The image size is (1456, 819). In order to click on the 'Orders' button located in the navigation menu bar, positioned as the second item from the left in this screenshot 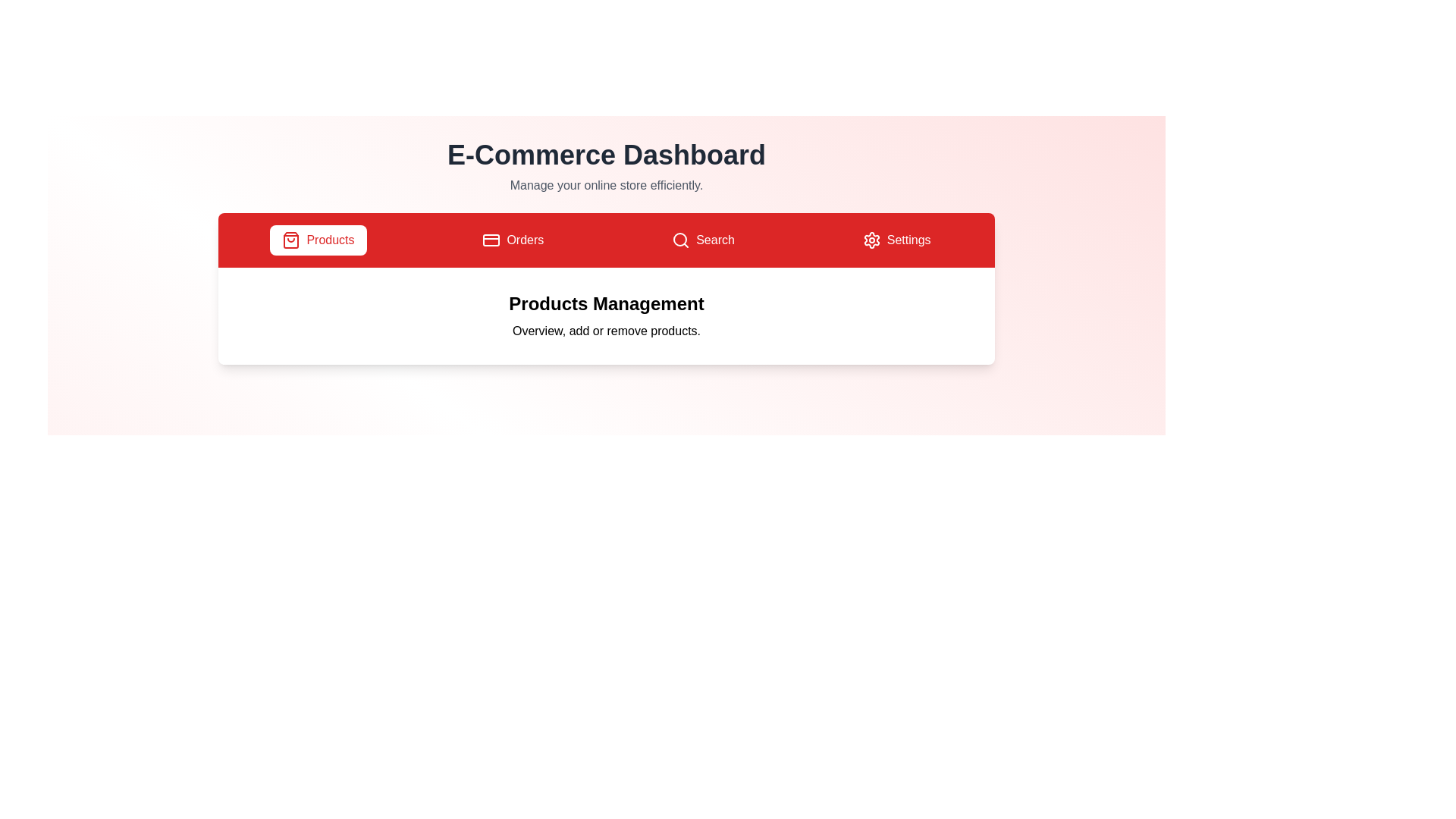, I will do `click(513, 239)`.